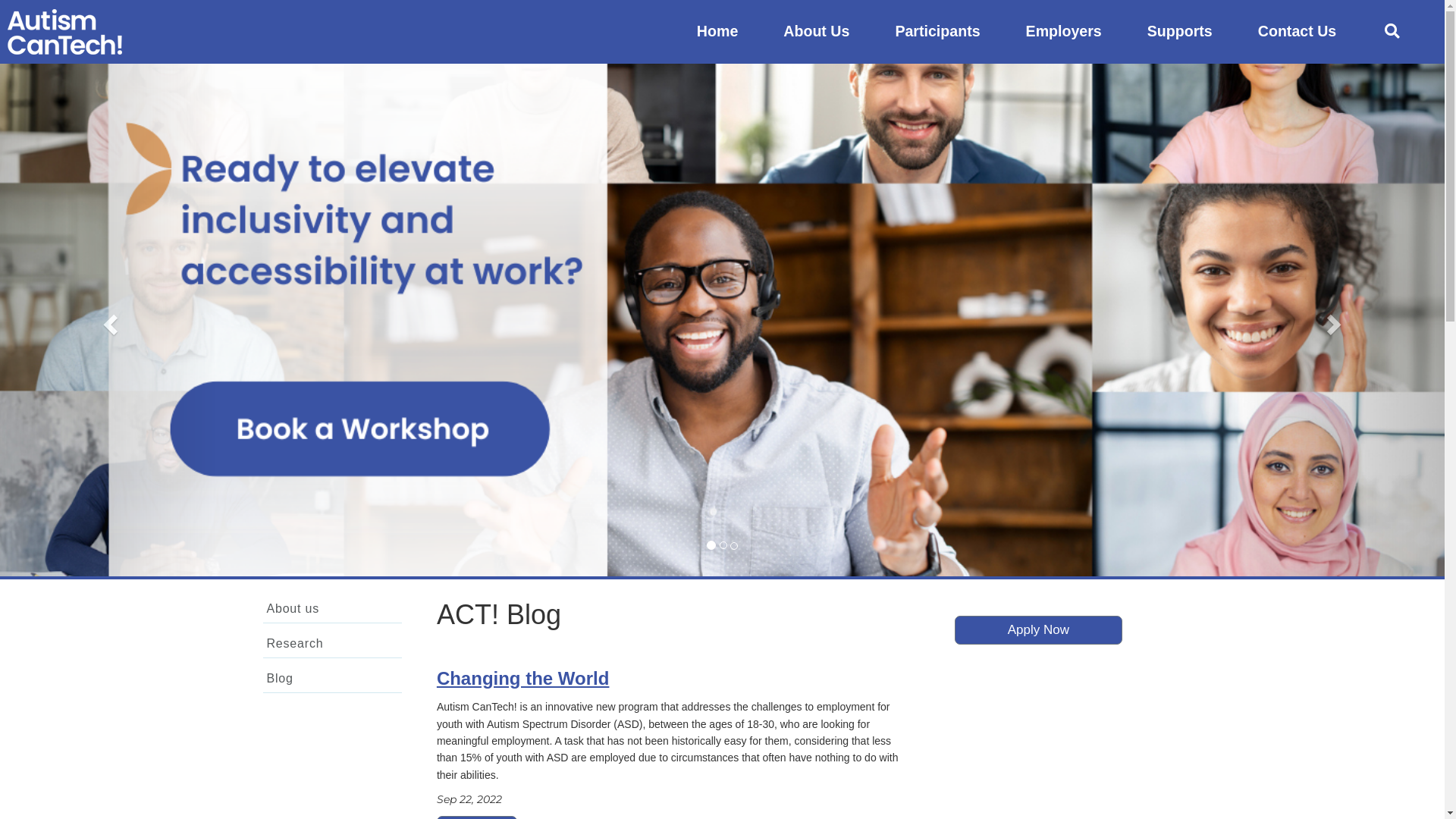 This screenshot has height=819, width=1456. I want to click on 'Home', so click(716, 32).